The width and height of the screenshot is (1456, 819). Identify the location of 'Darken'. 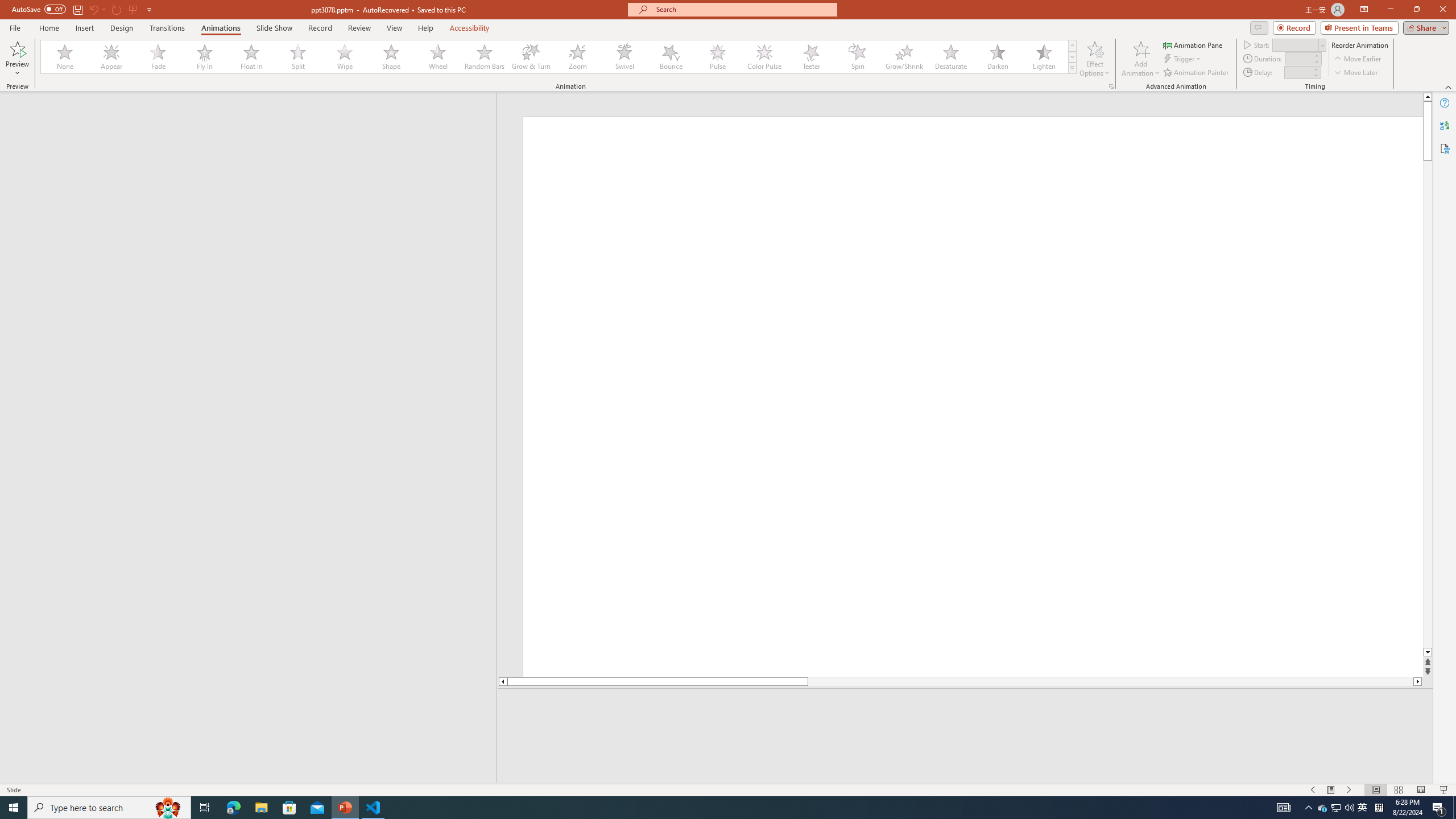
(996, 56).